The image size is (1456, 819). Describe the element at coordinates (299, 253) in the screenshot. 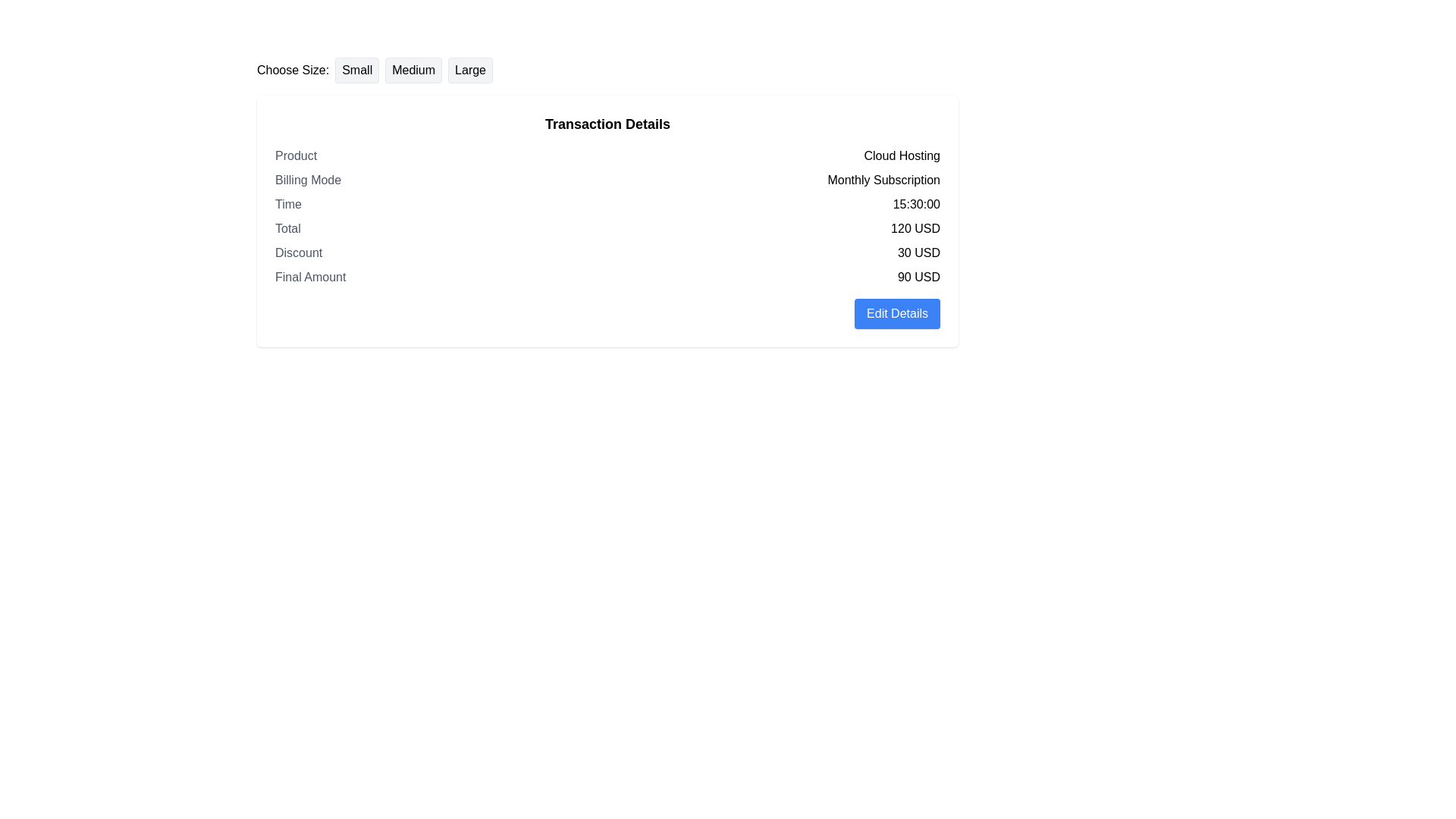

I see `the 'Discount' text label, which is displayed in gray font color and is positioned at the leftmost position in the pricing summary row` at that location.